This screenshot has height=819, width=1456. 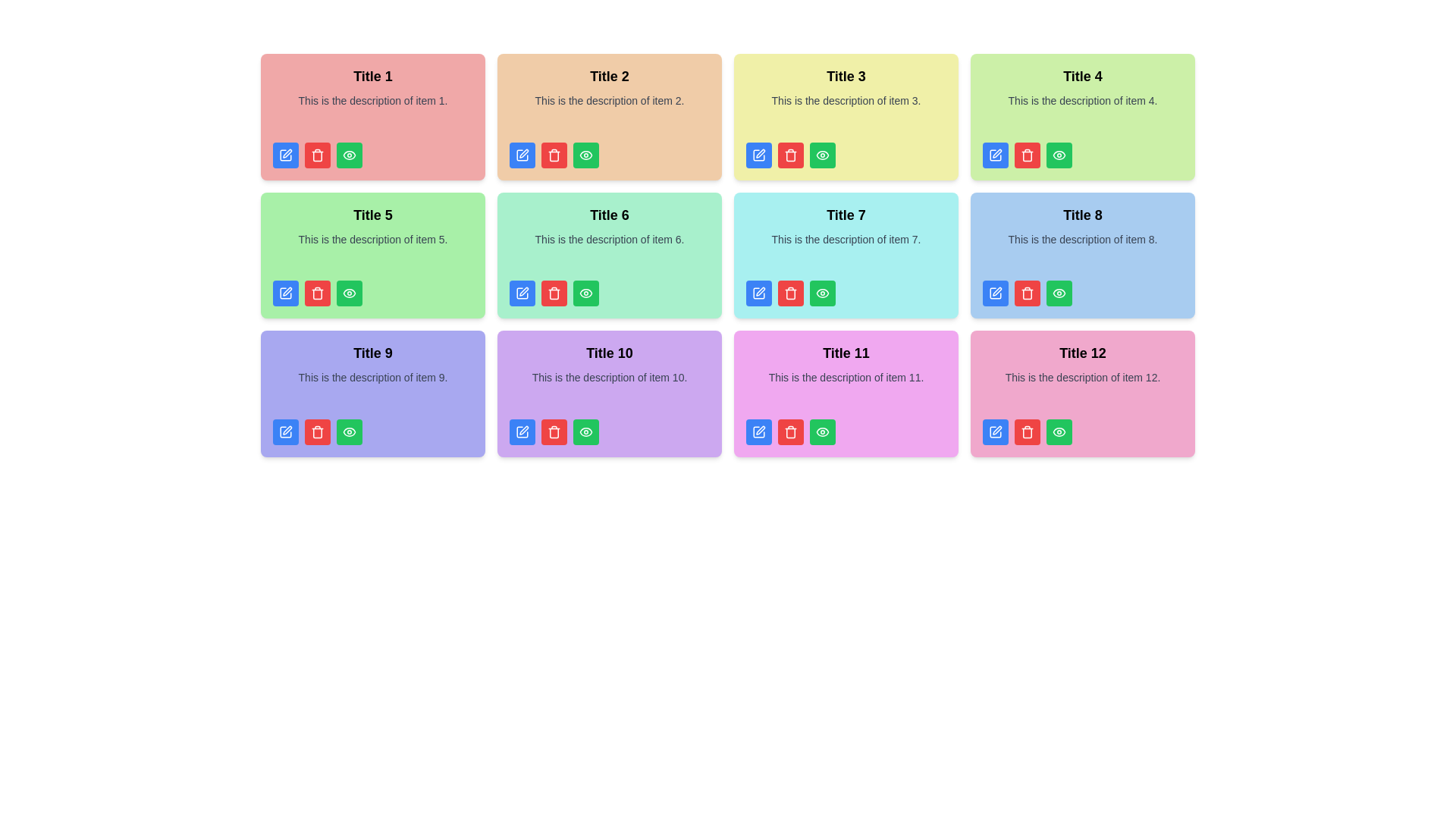 I want to click on title text of the text label displaying 'Title 10', which is formatted in bold and located in the fourth column of the second row within a card with a purple background, so click(x=610, y=353).